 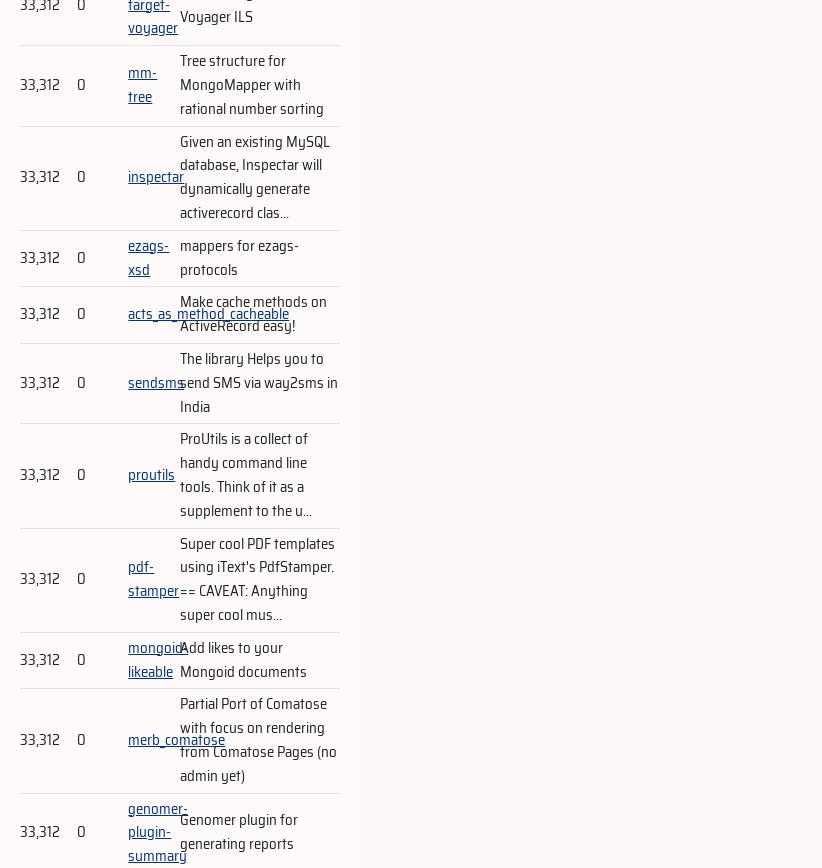 What do you see at coordinates (127, 579) in the screenshot?
I see `'pdf-stamper'` at bounding box center [127, 579].